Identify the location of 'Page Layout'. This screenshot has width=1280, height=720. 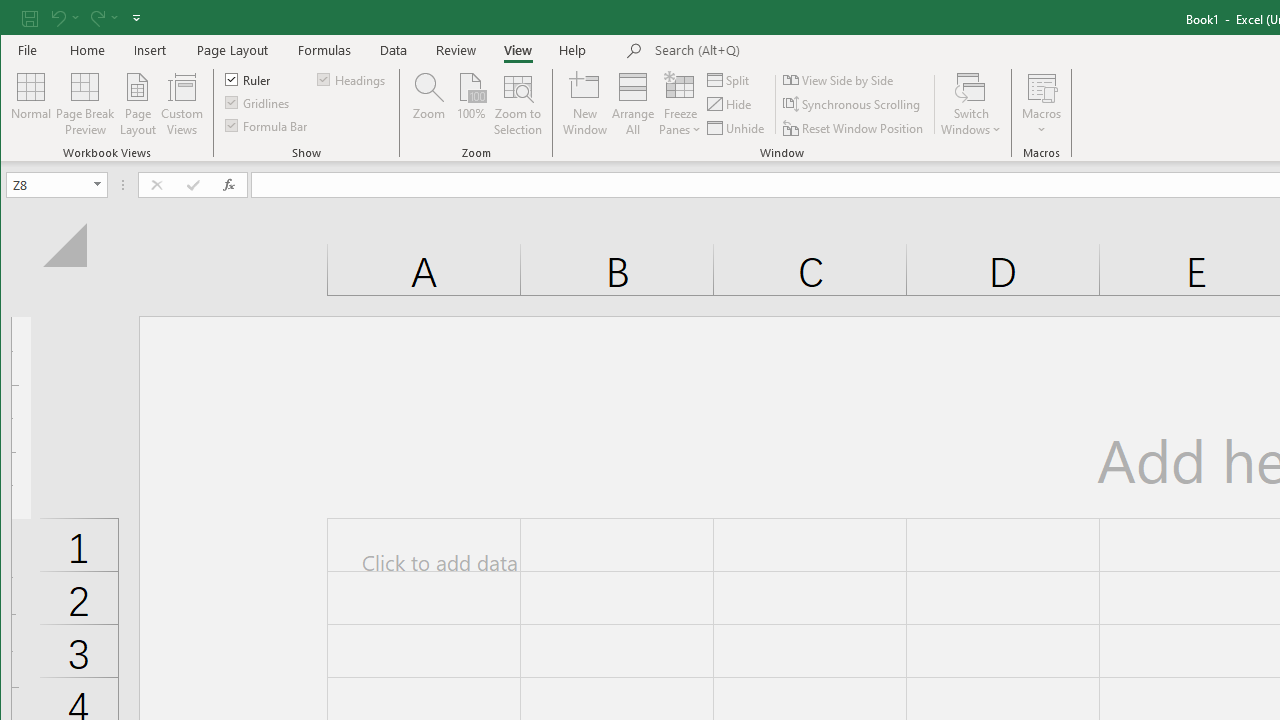
(232, 49).